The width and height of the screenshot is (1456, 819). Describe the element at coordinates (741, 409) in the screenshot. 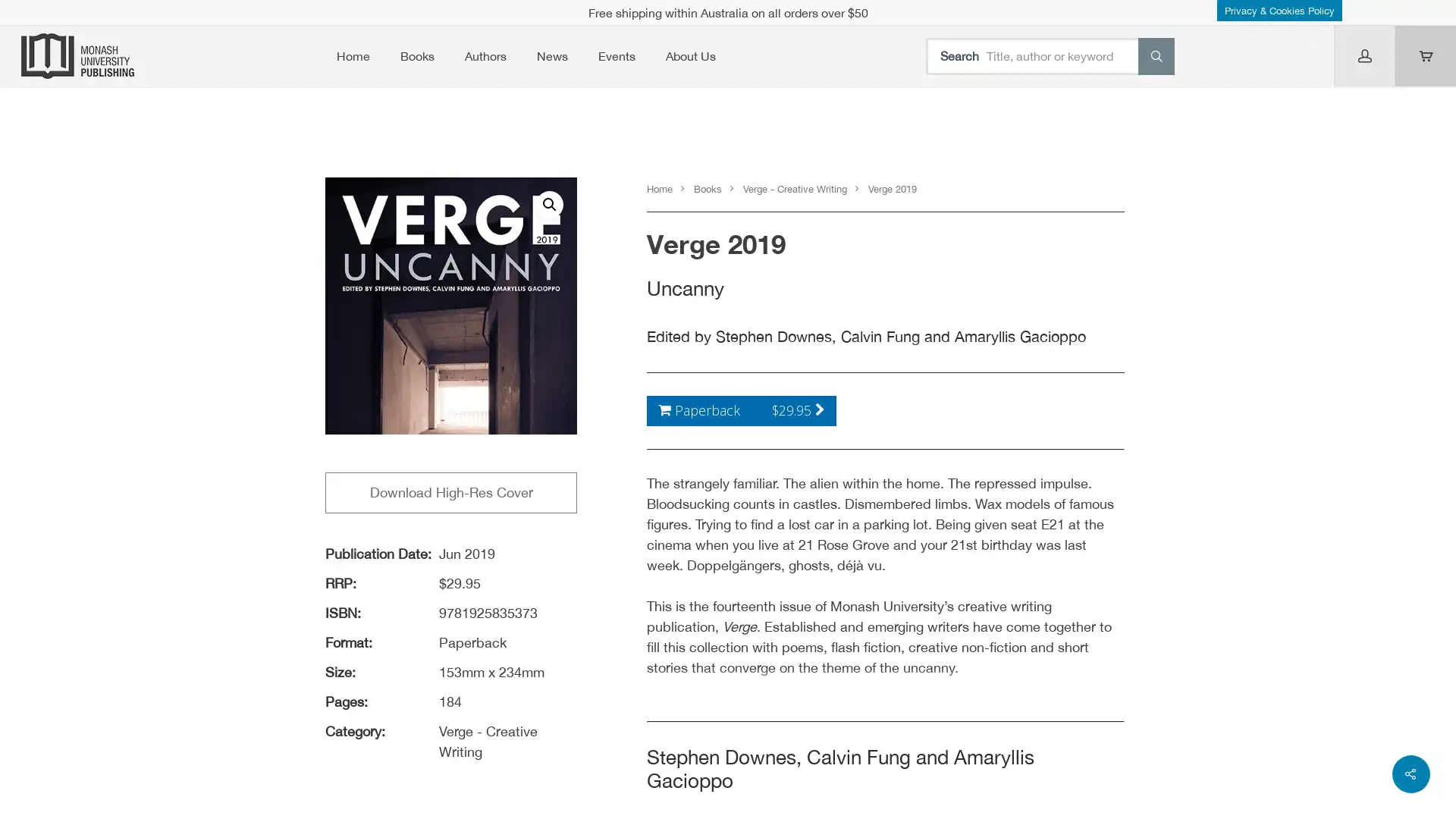

I see `Paperback $29.95` at that location.